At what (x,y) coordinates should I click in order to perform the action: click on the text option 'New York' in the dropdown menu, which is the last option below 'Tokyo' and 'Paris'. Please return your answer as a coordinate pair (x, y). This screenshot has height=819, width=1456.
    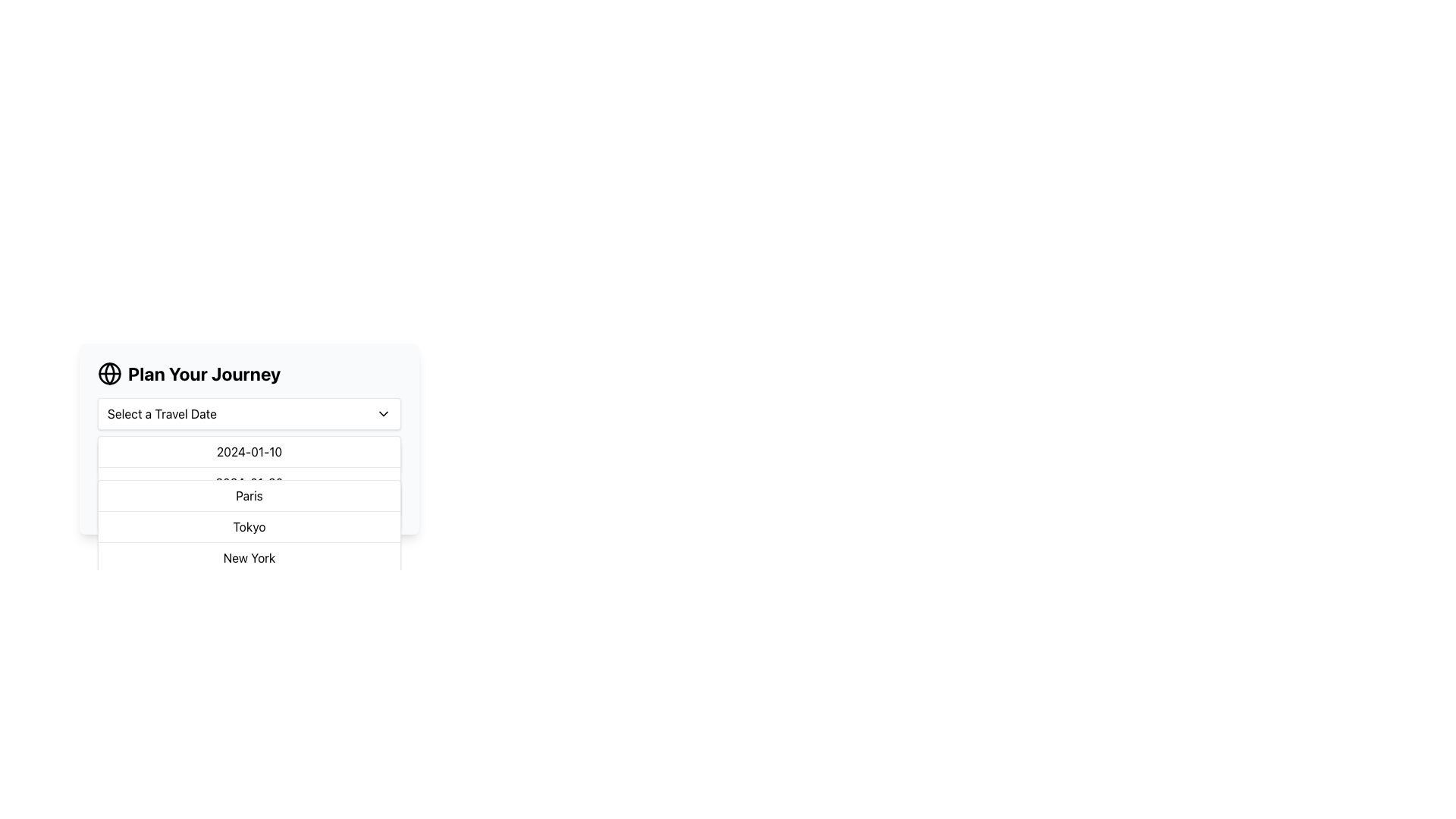
    Looking at the image, I should click on (249, 557).